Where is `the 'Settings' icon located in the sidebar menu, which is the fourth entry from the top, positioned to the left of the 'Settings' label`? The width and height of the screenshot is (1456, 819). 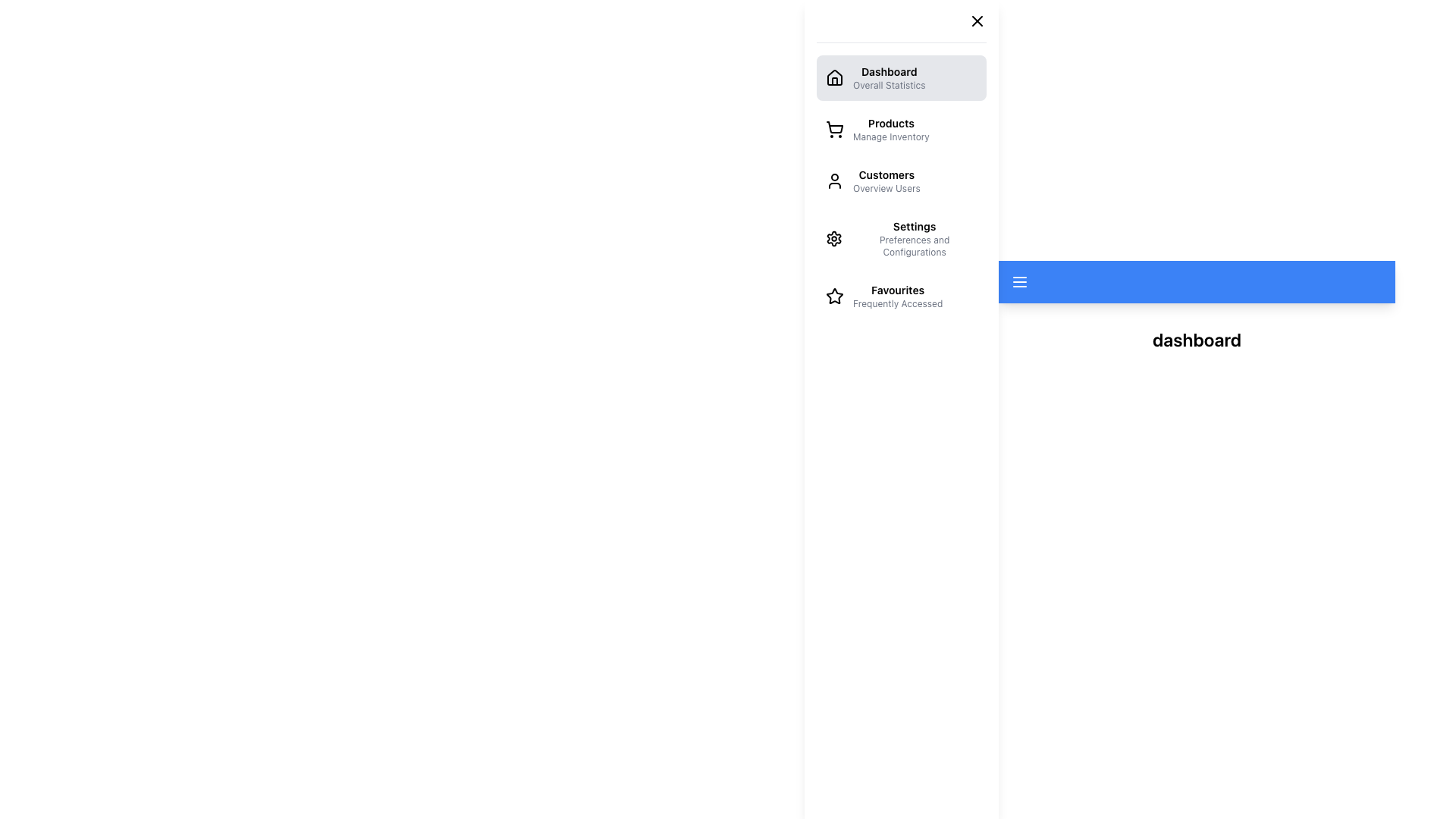
the 'Settings' icon located in the sidebar menu, which is the fourth entry from the top, positioned to the left of the 'Settings' label is located at coordinates (833, 239).